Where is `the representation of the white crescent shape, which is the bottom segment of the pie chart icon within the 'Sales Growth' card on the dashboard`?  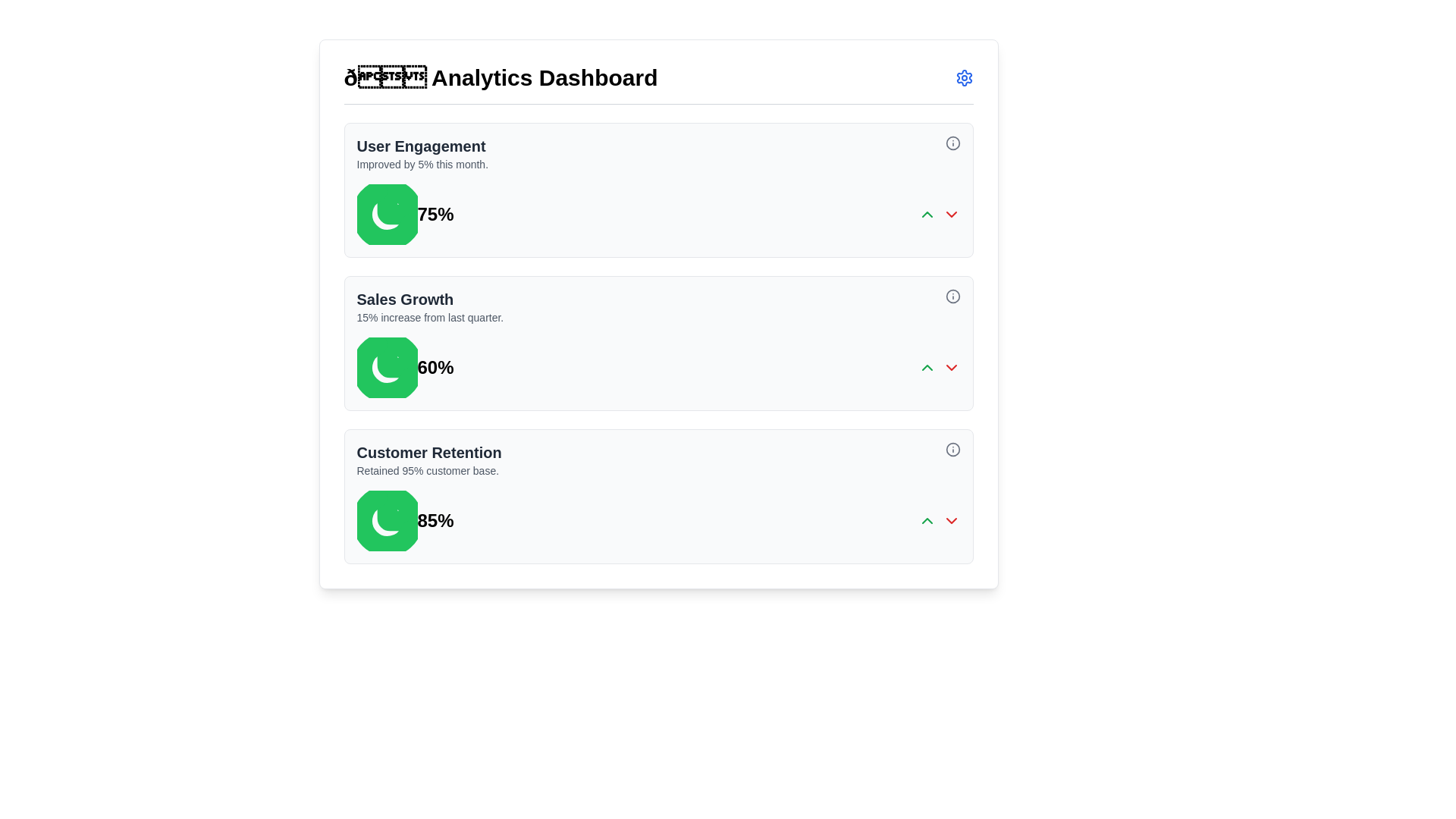 the representation of the white crescent shape, which is the bottom segment of the pie chart icon within the 'Sales Growth' card on the dashboard is located at coordinates (386, 369).